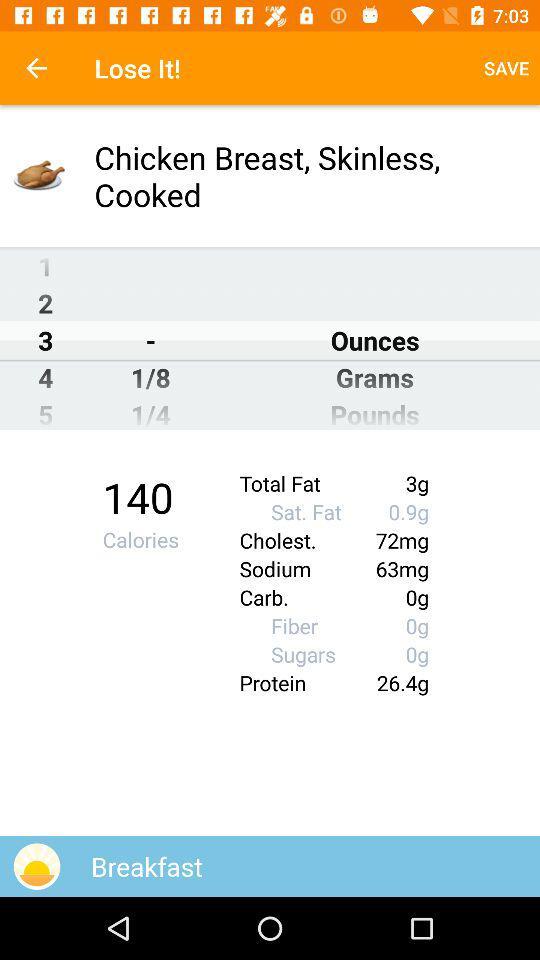 The width and height of the screenshot is (540, 960). What do you see at coordinates (505, 68) in the screenshot?
I see `the save` at bounding box center [505, 68].